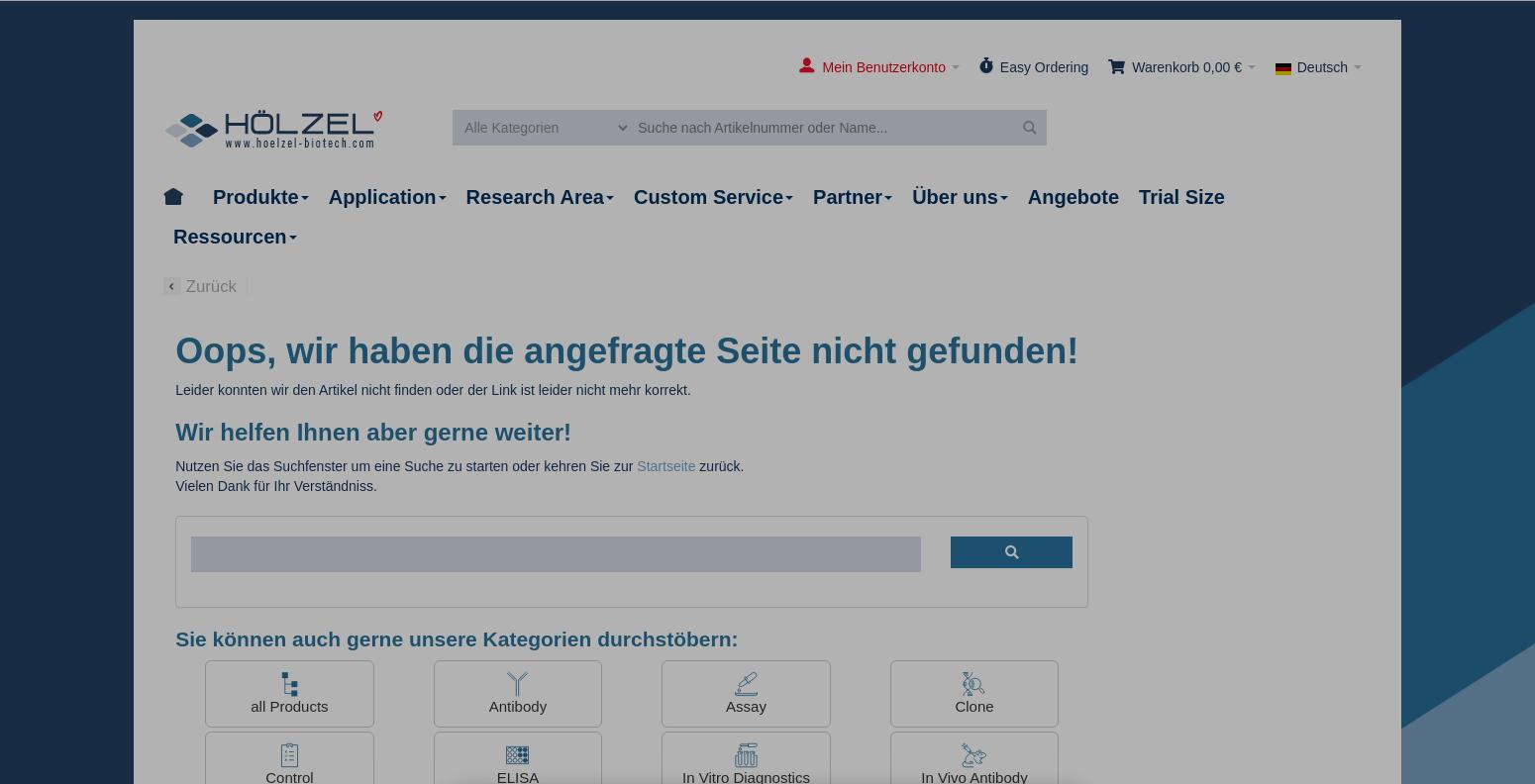 The image size is (1535, 784). Describe the element at coordinates (275, 485) in the screenshot. I see `'Vielen Dank für Ihr Verständniss.'` at that location.